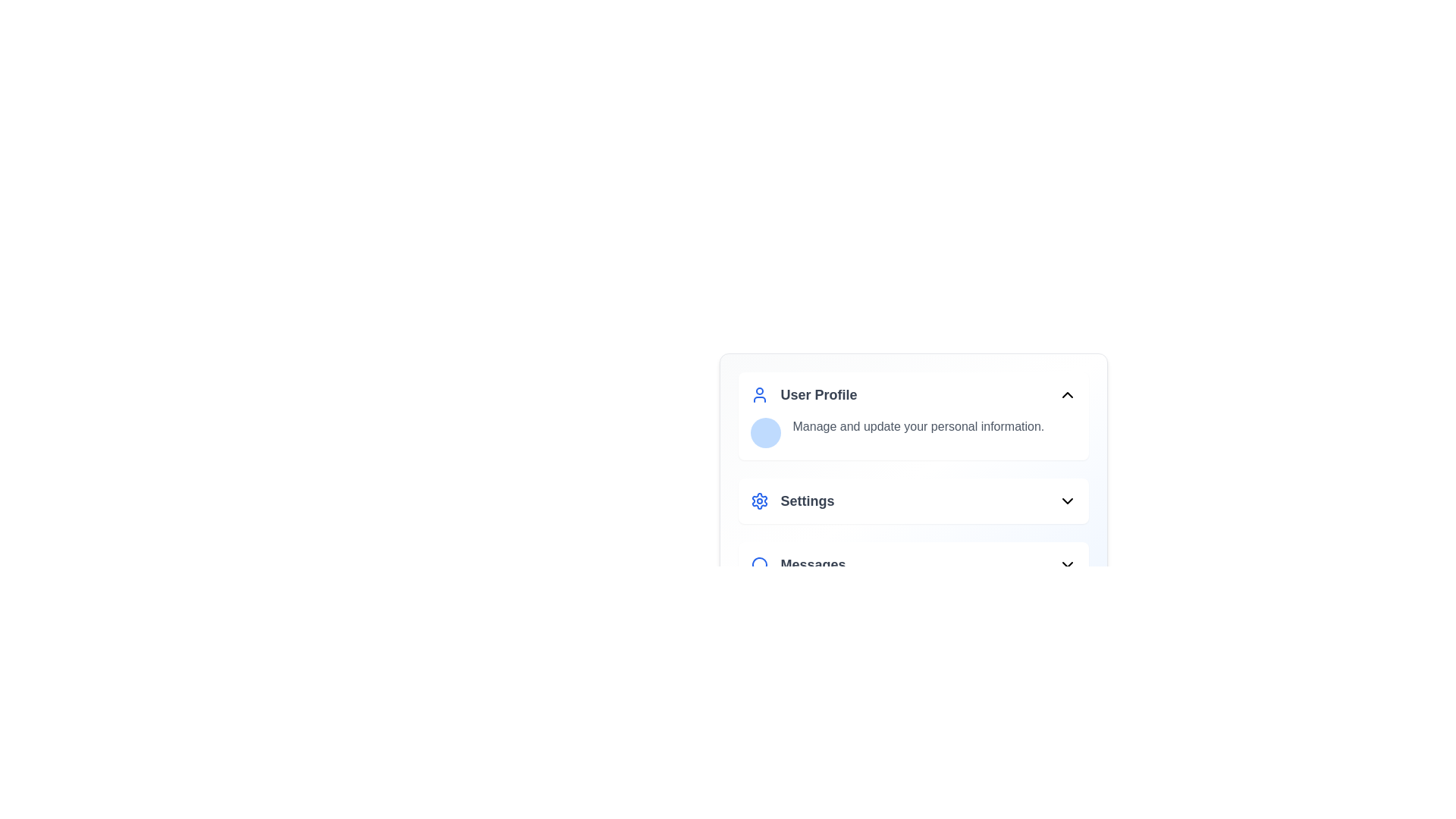 The width and height of the screenshot is (1456, 819). What do you see at coordinates (1066, 564) in the screenshot?
I see `the downward chevron icon` at bounding box center [1066, 564].